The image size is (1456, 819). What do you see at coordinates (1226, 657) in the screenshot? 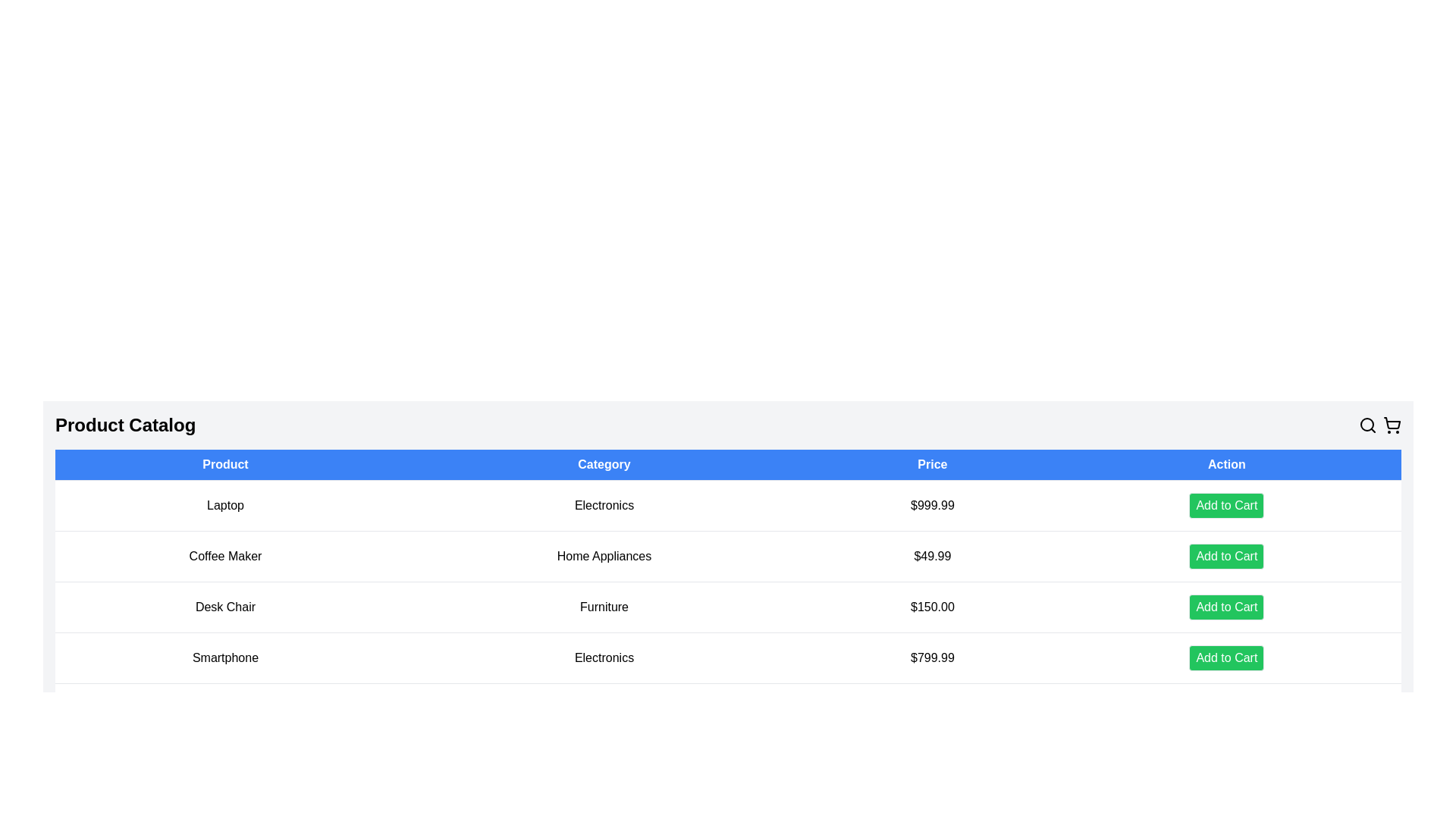
I see `the green rectangular 'Add to Cart' button with rounded corners in the 'Action' column for the 'Smartphone' product` at bounding box center [1226, 657].